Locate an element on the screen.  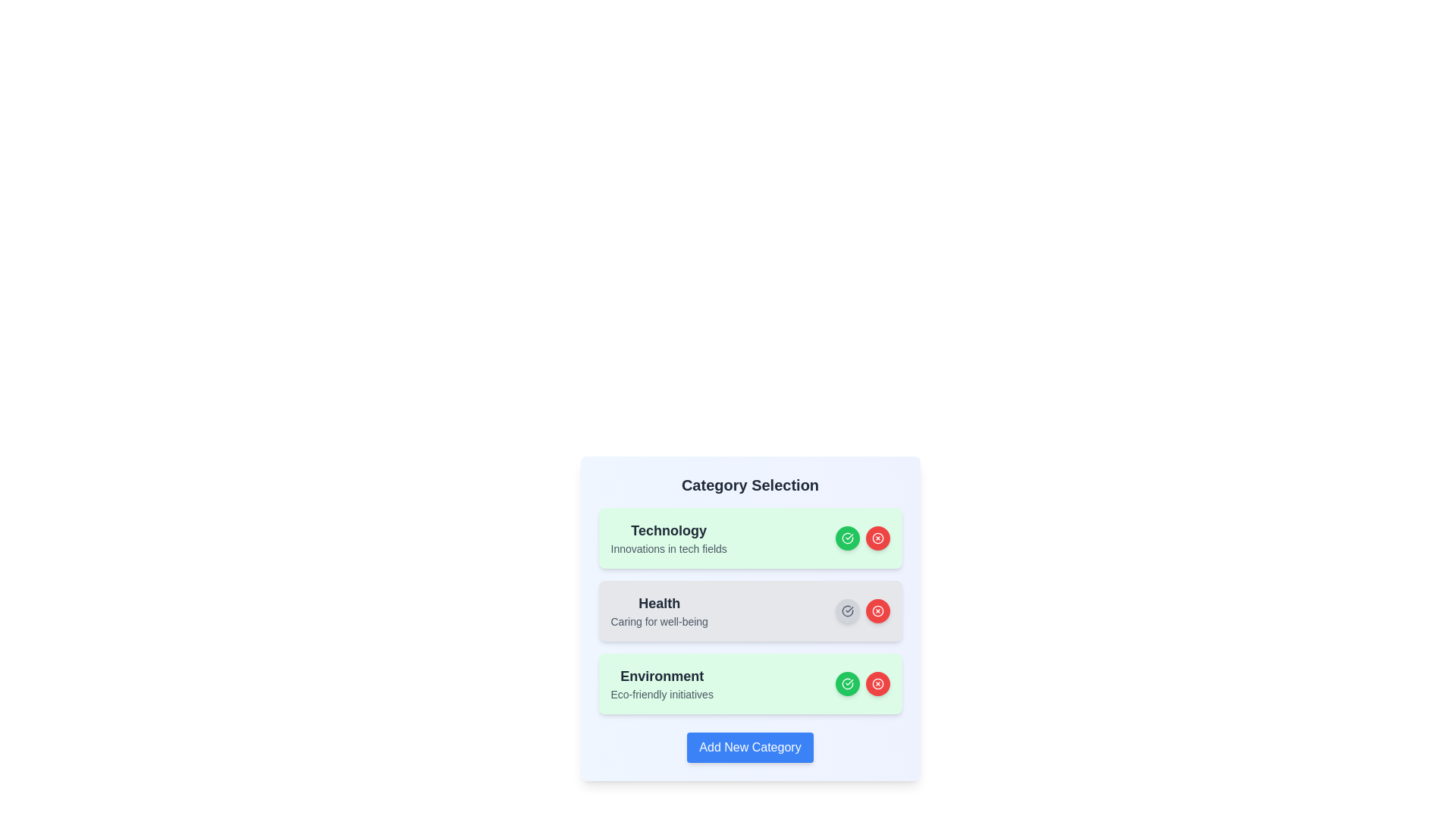
remove button beside the category Environment to delete it is located at coordinates (877, 684).